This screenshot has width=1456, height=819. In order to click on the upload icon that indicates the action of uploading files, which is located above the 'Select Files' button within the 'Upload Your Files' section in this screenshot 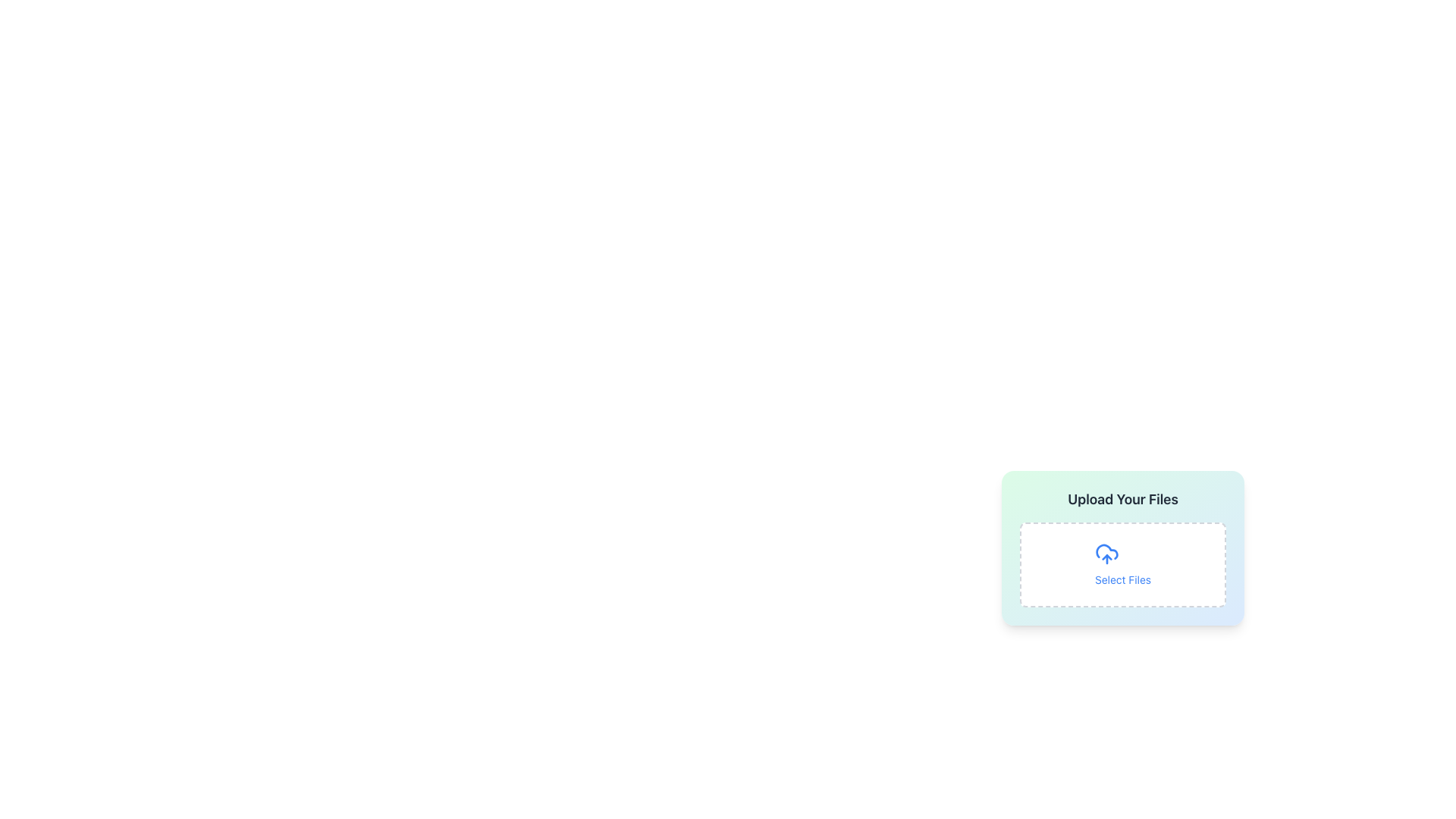, I will do `click(1106, 554)`.